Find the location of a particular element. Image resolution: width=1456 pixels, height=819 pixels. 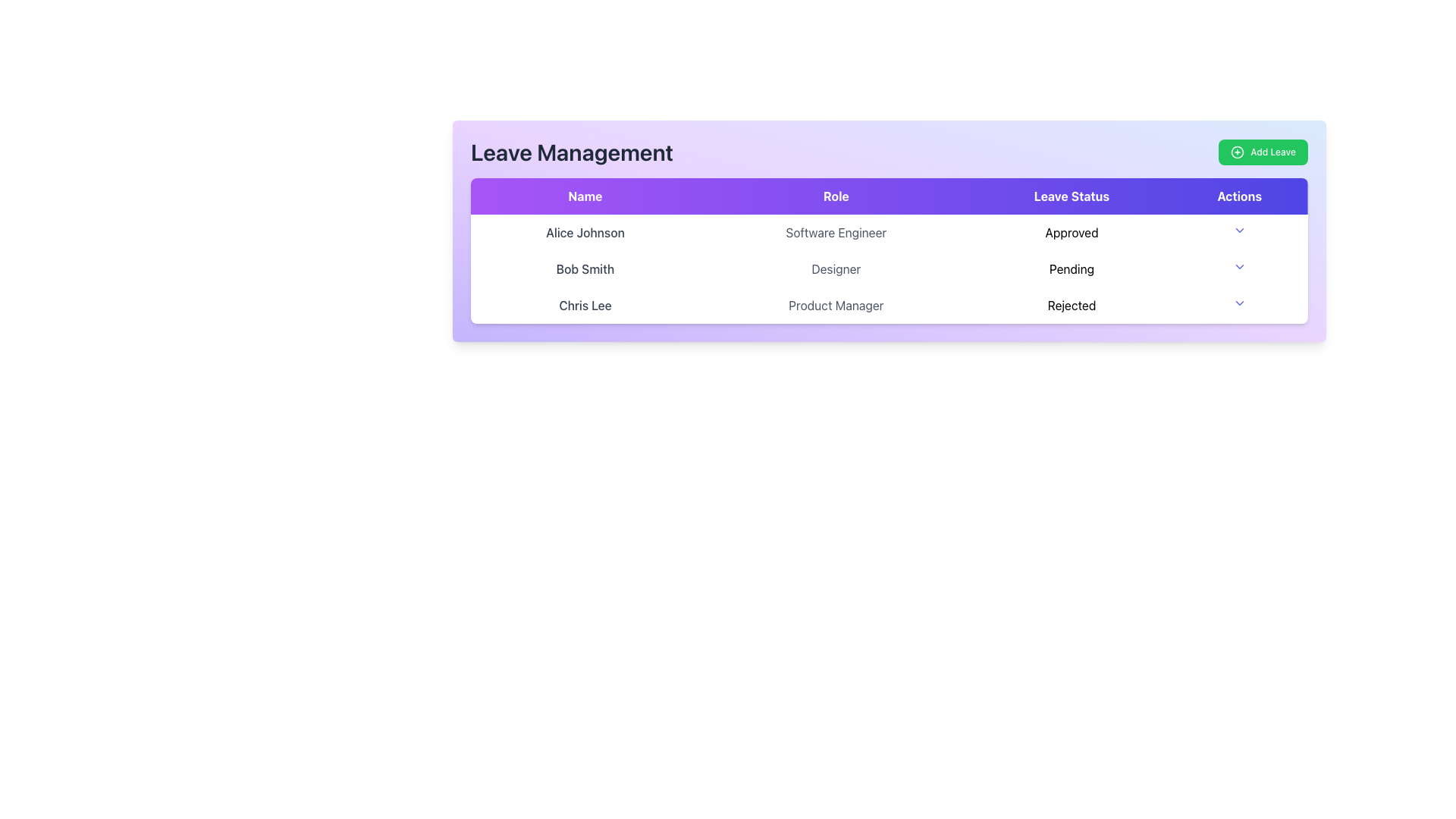

the text element displaying 'Role', which is centrally aligned in white bold text on a purple background, located in the header section above the table is located at coordinates (835, 195).